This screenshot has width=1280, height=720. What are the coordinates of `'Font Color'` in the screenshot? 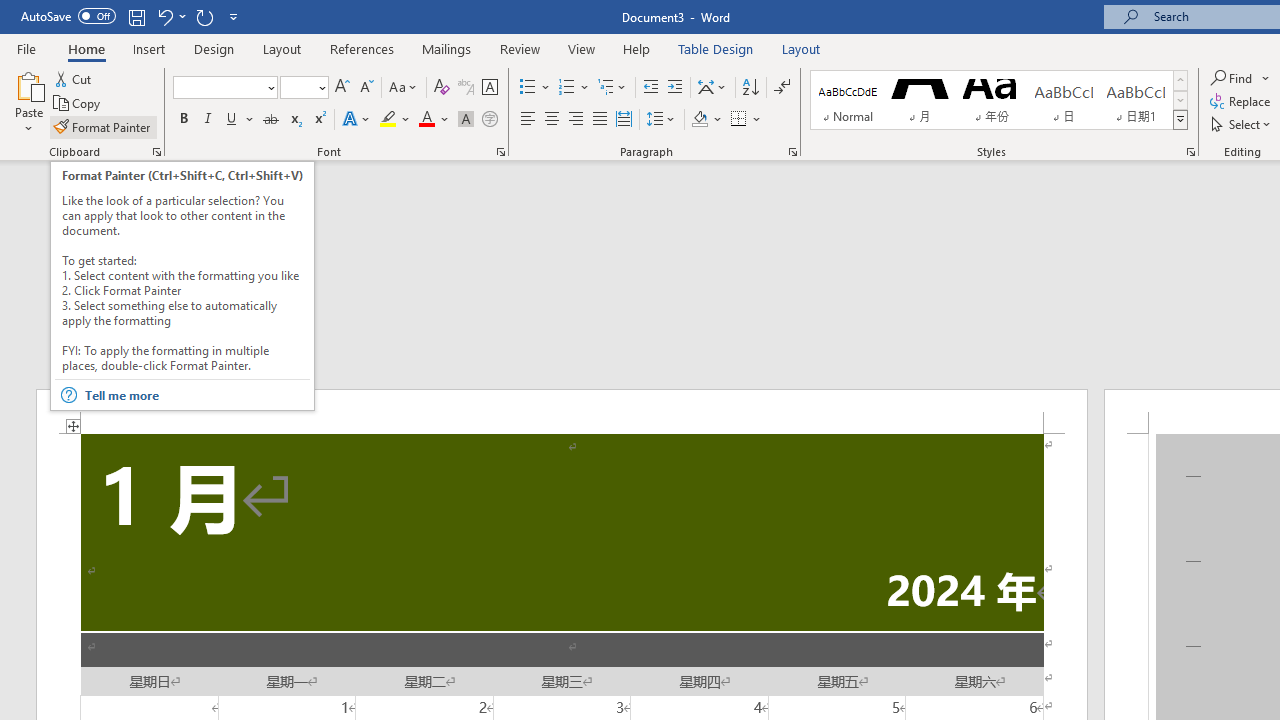 It's located at (433, 119).